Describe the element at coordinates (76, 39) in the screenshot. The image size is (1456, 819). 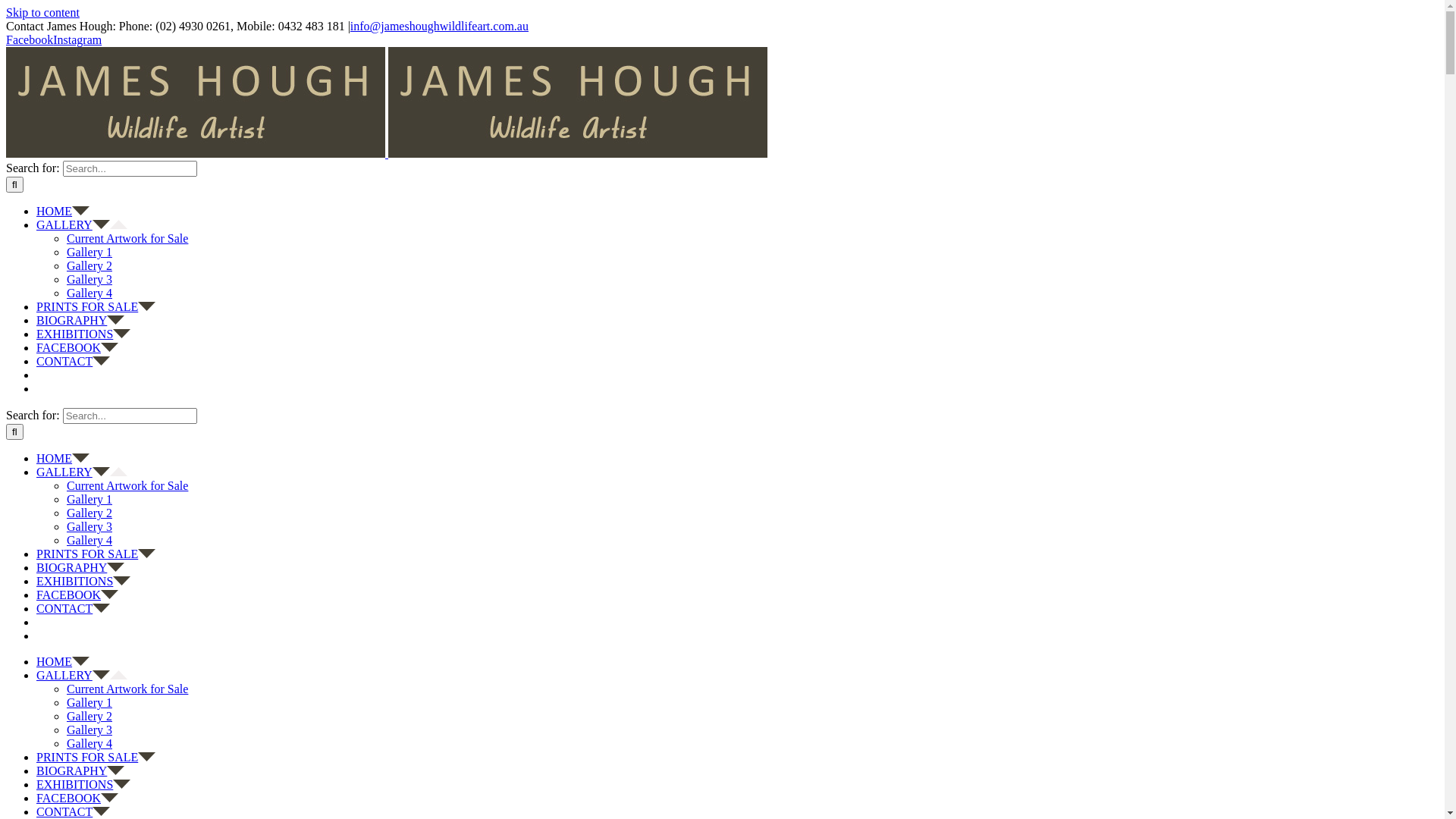
I see `'Instagram'` at that location.